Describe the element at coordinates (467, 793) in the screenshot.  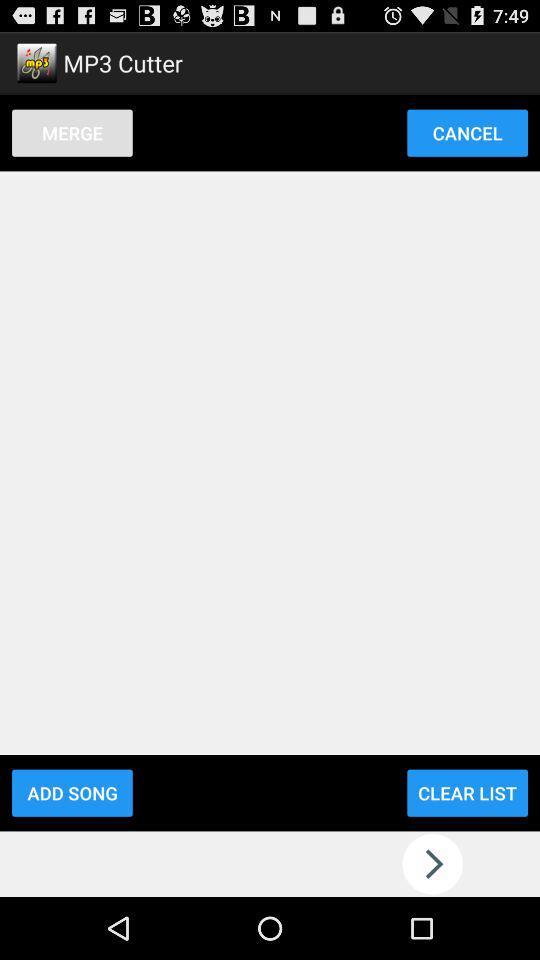
I see `clear list icon` at that location.